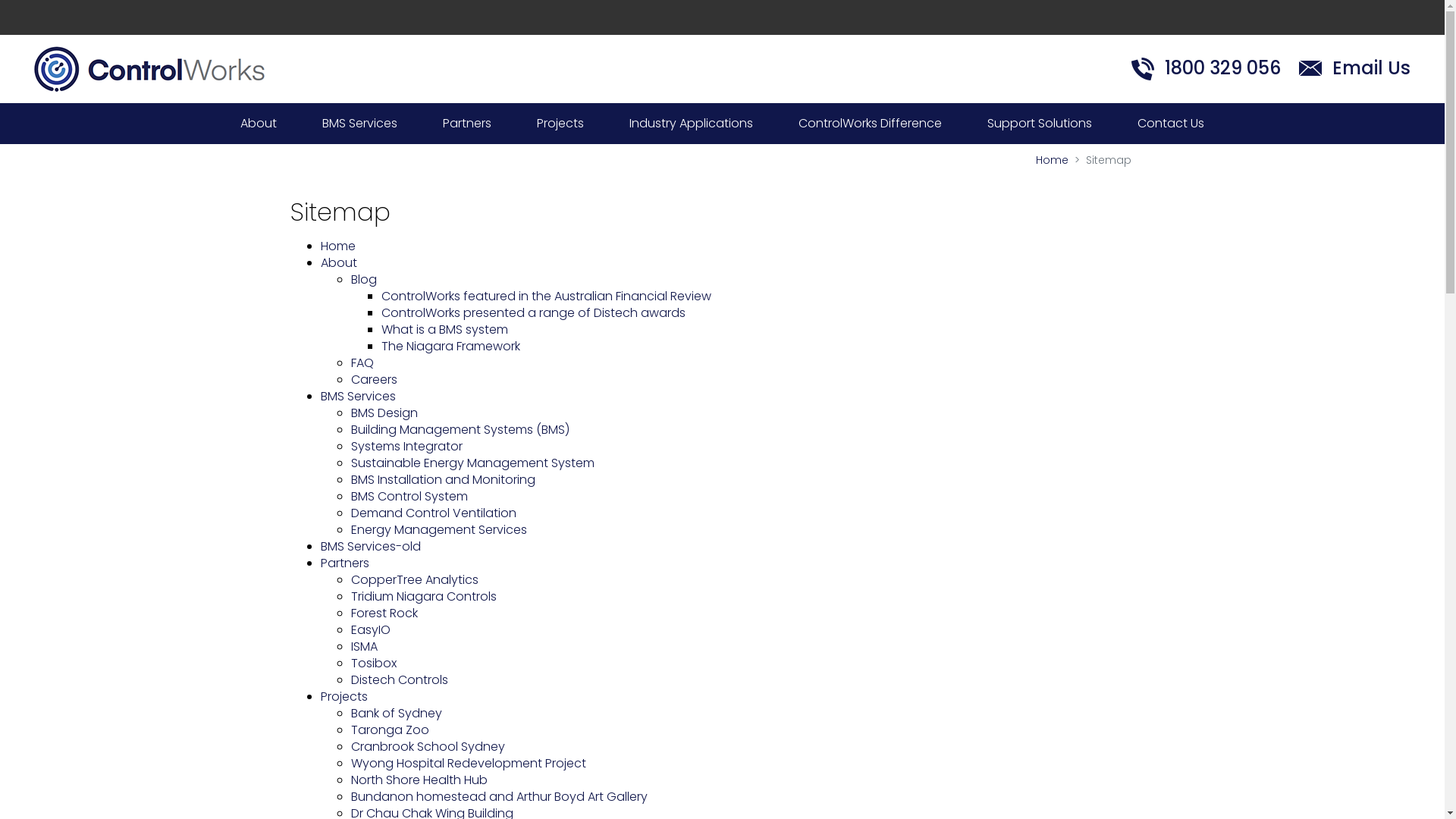  What do you see at coordinates (319, 245) in the screenshot?
I see `'Home'` at bounding box center [319, 245].